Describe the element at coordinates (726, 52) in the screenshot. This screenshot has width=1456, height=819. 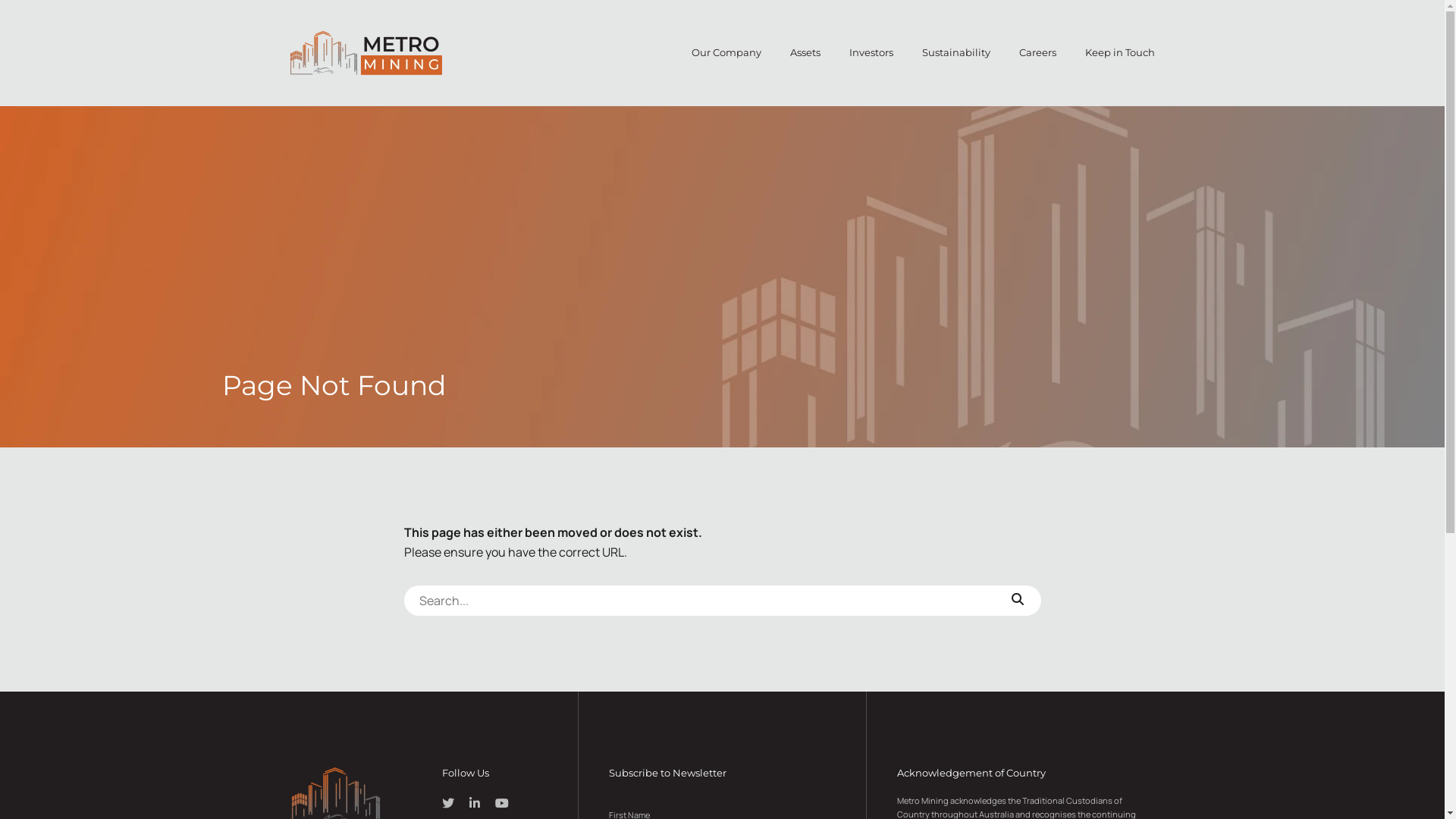
I see `'Our Company'` at that location.